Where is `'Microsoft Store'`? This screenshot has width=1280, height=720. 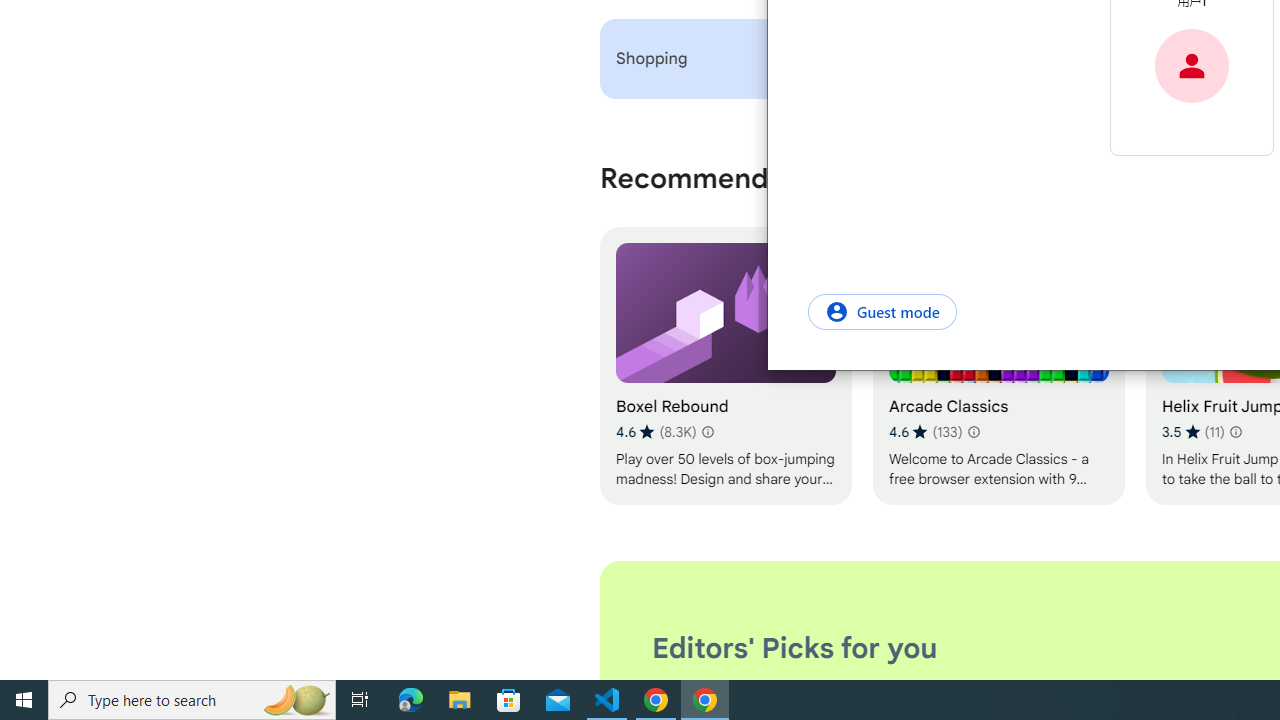
'Microsoft Store' is located at coordinates (509, 698).